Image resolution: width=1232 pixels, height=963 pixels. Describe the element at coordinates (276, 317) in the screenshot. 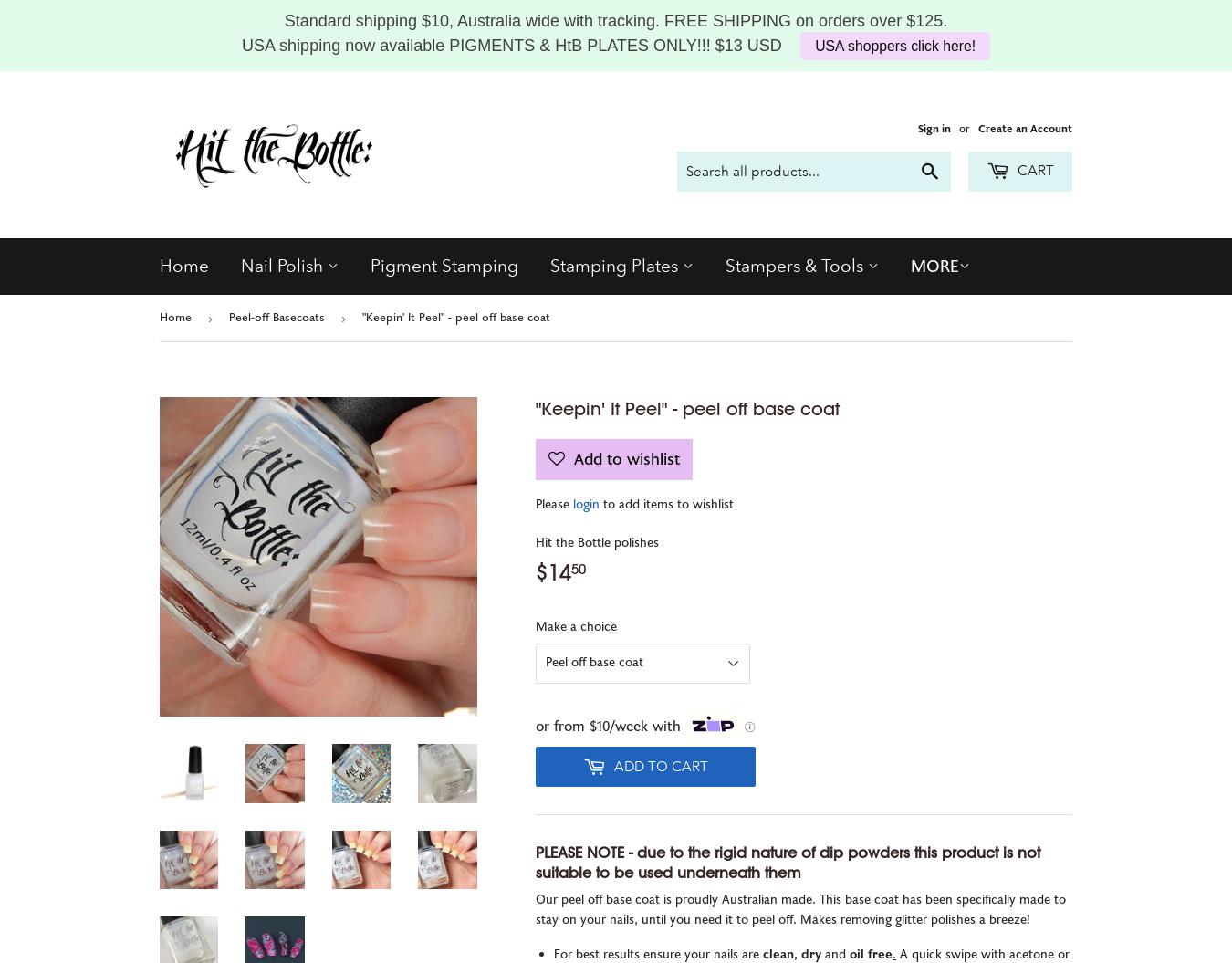

I see `'Peel-off Basecoats'` at that location.